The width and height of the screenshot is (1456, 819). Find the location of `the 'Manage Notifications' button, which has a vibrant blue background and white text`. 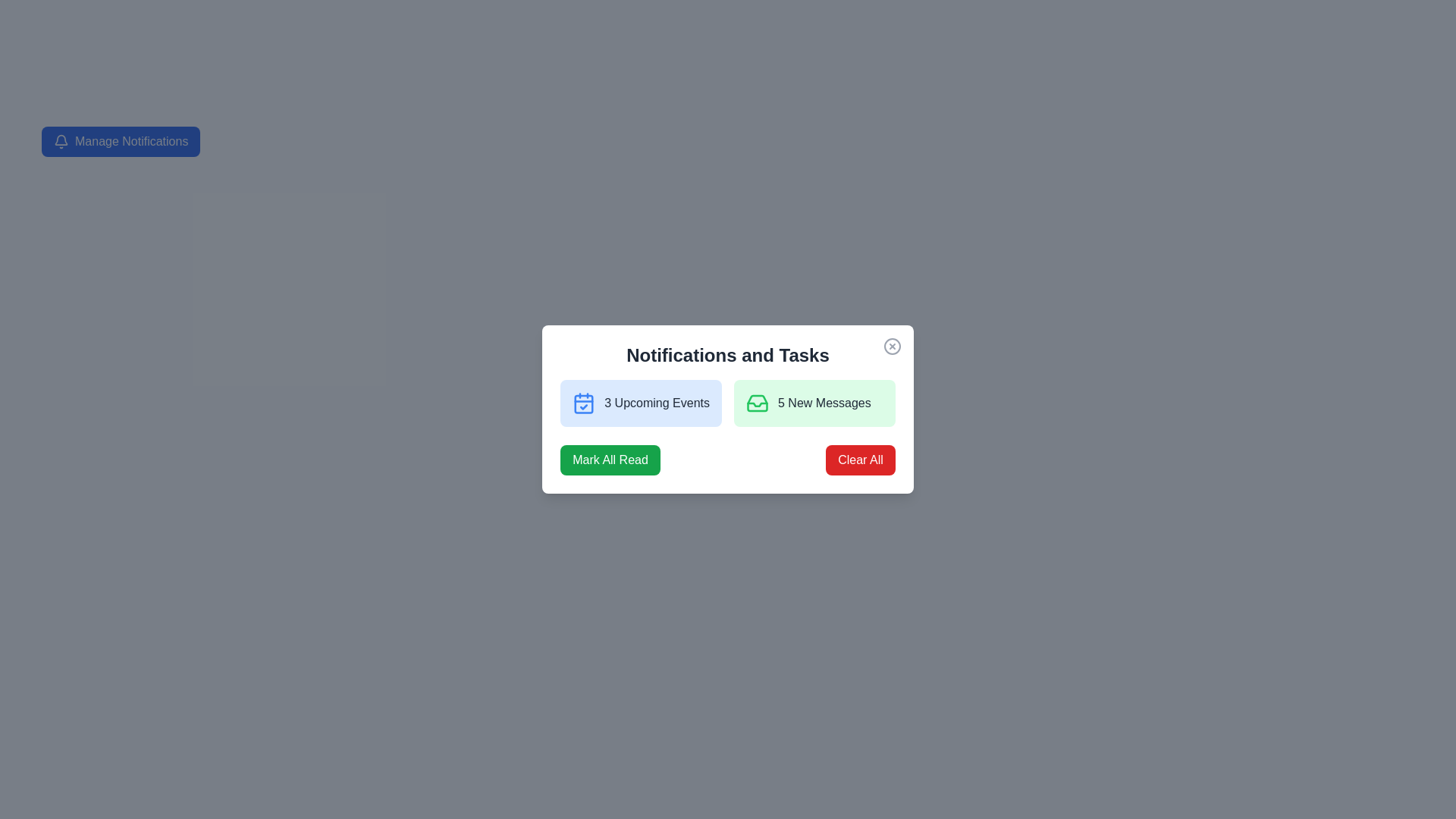

the 'Manage Notifications' button, which has a vibrant blue background and white text is located at coordinates (120, 141).